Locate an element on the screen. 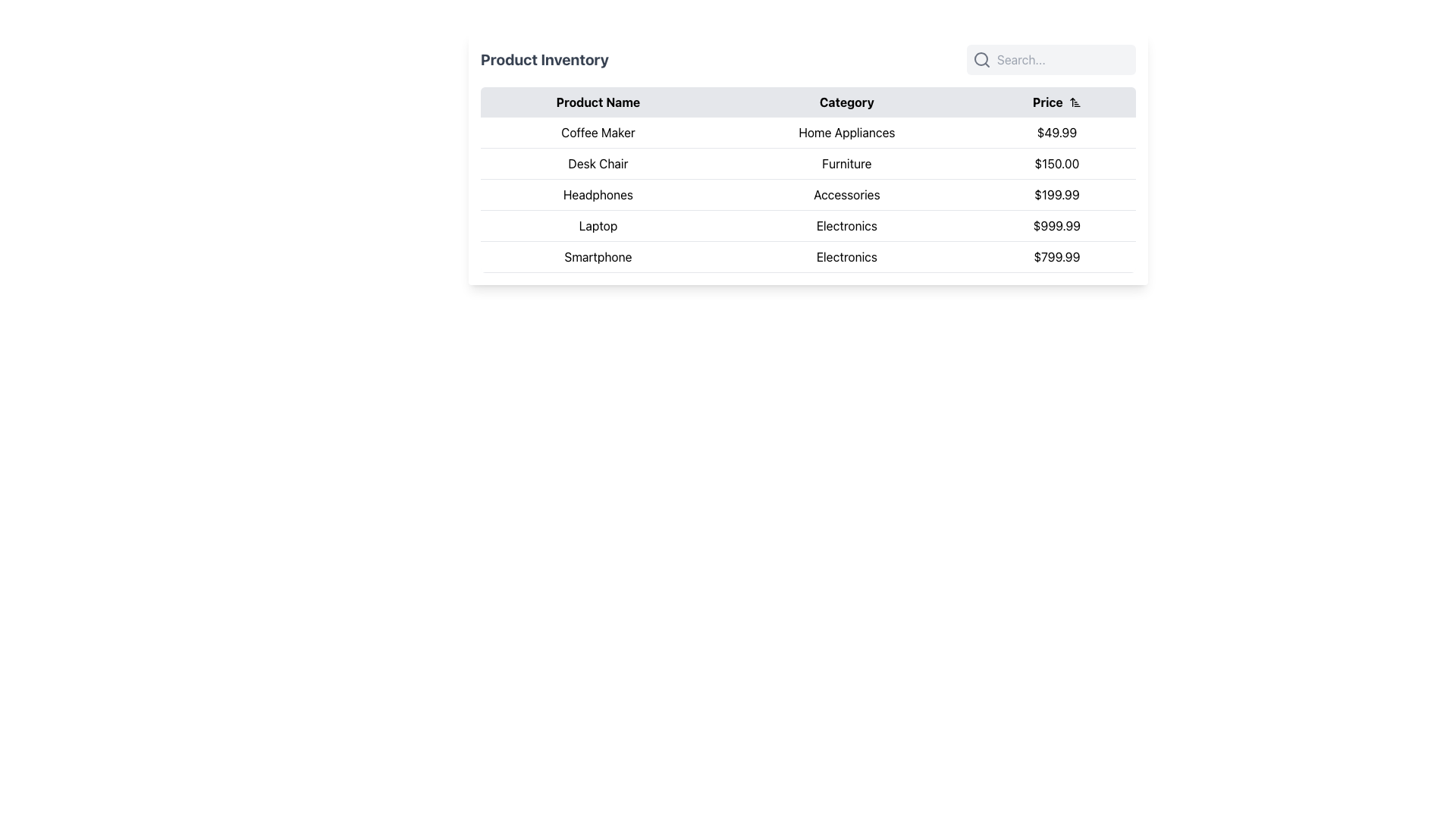 The height and width of the screenshot is (819, 1456). the search icon located at the top-right corner of the interface, adjacent to the search text input field, within a rounded rectangular box with a light gray background is located at coordinates (982, 58).